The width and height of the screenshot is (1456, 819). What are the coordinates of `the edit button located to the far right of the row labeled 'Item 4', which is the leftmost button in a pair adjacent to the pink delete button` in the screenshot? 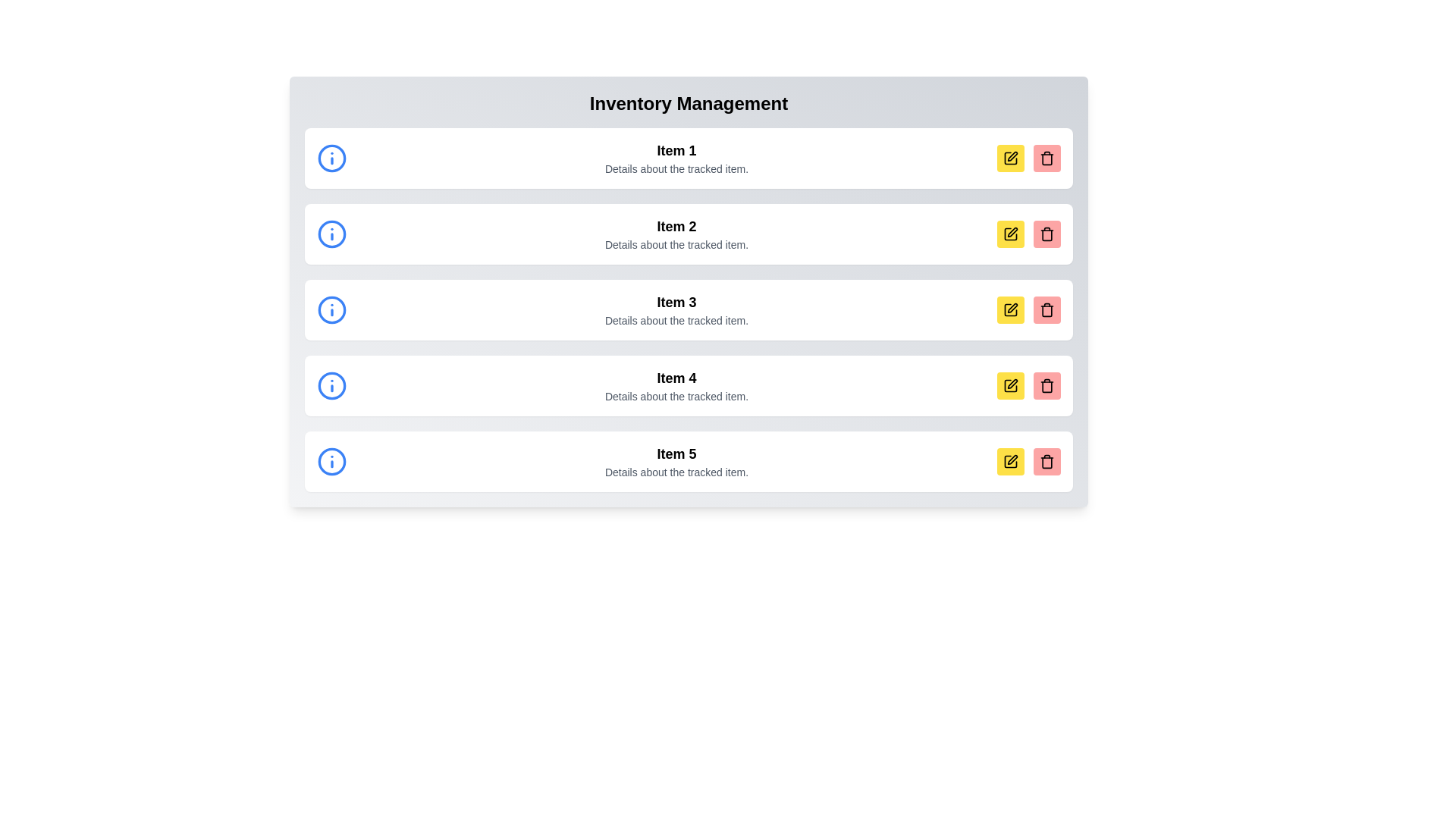 It's located at (1011, 385).